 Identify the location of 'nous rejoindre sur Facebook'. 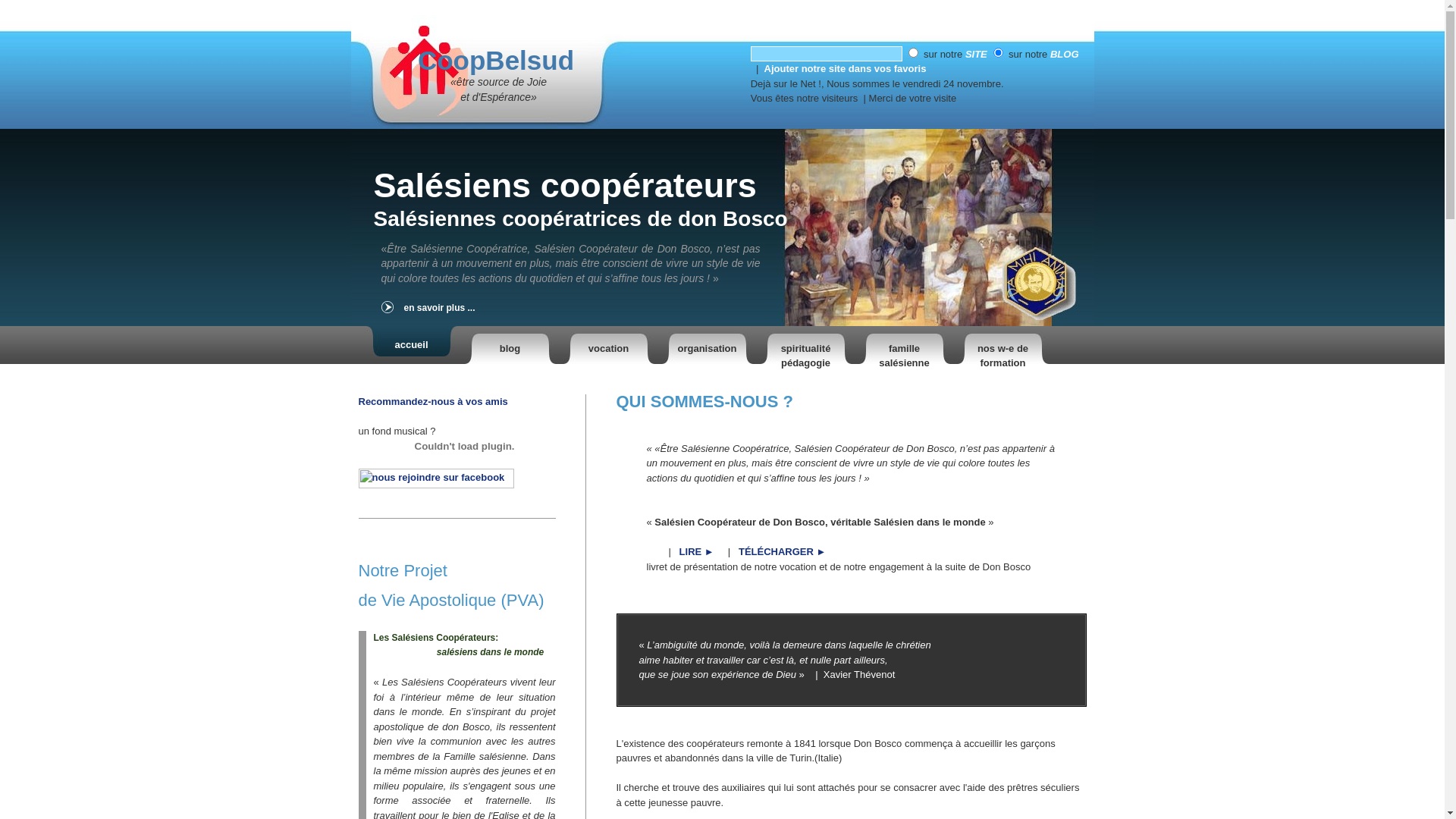
(435, 485).